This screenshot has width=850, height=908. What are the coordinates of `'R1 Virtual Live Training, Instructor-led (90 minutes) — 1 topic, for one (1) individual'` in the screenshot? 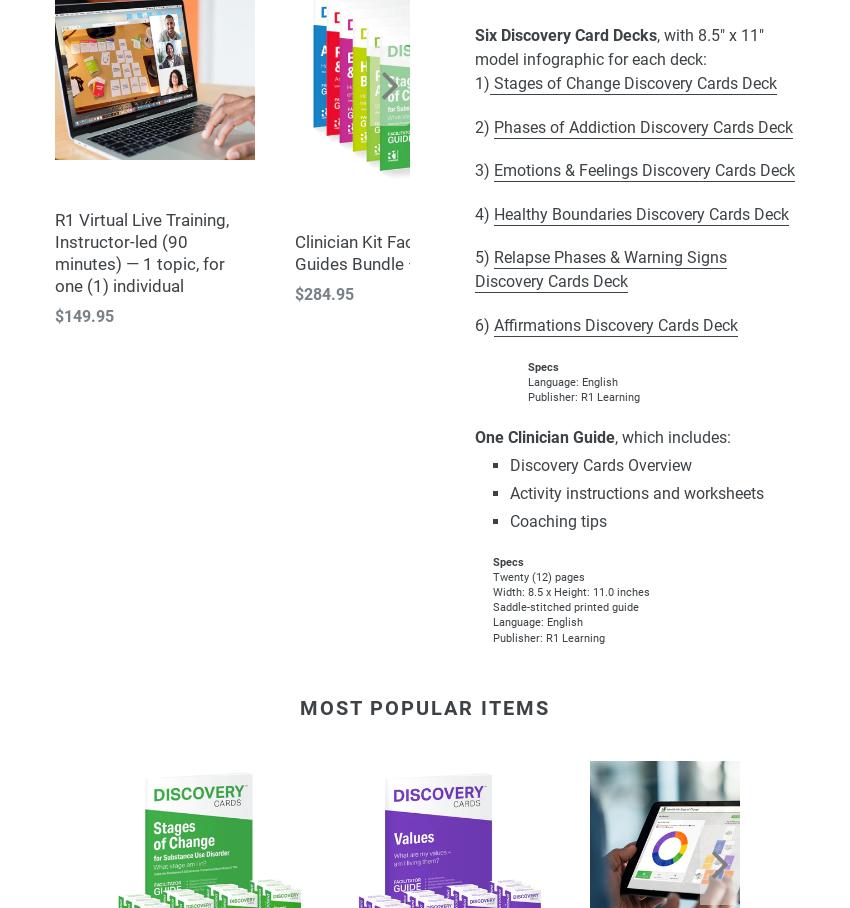 It's located at (142, 251).